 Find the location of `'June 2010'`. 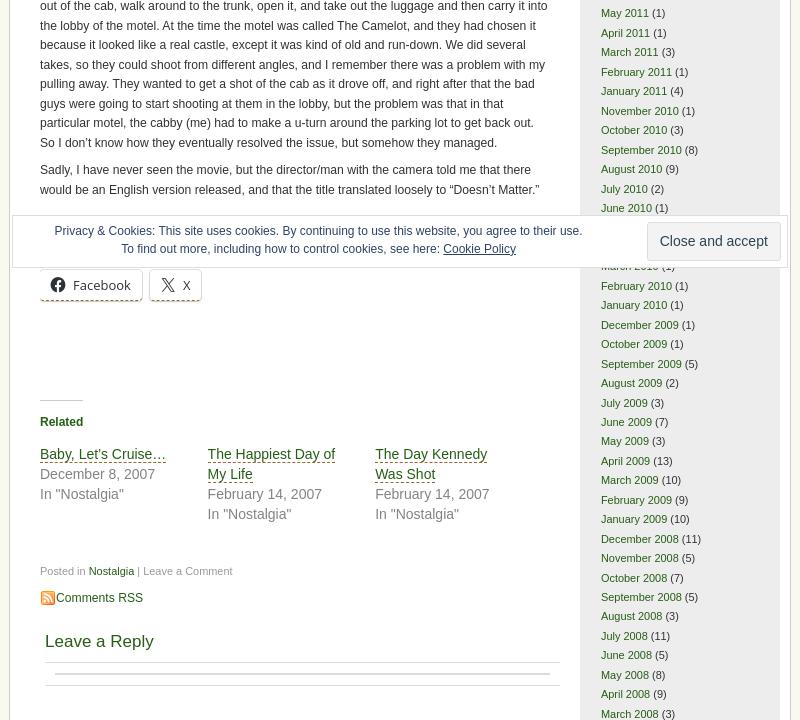

'June 2010' is located at coordinates (626, 206).